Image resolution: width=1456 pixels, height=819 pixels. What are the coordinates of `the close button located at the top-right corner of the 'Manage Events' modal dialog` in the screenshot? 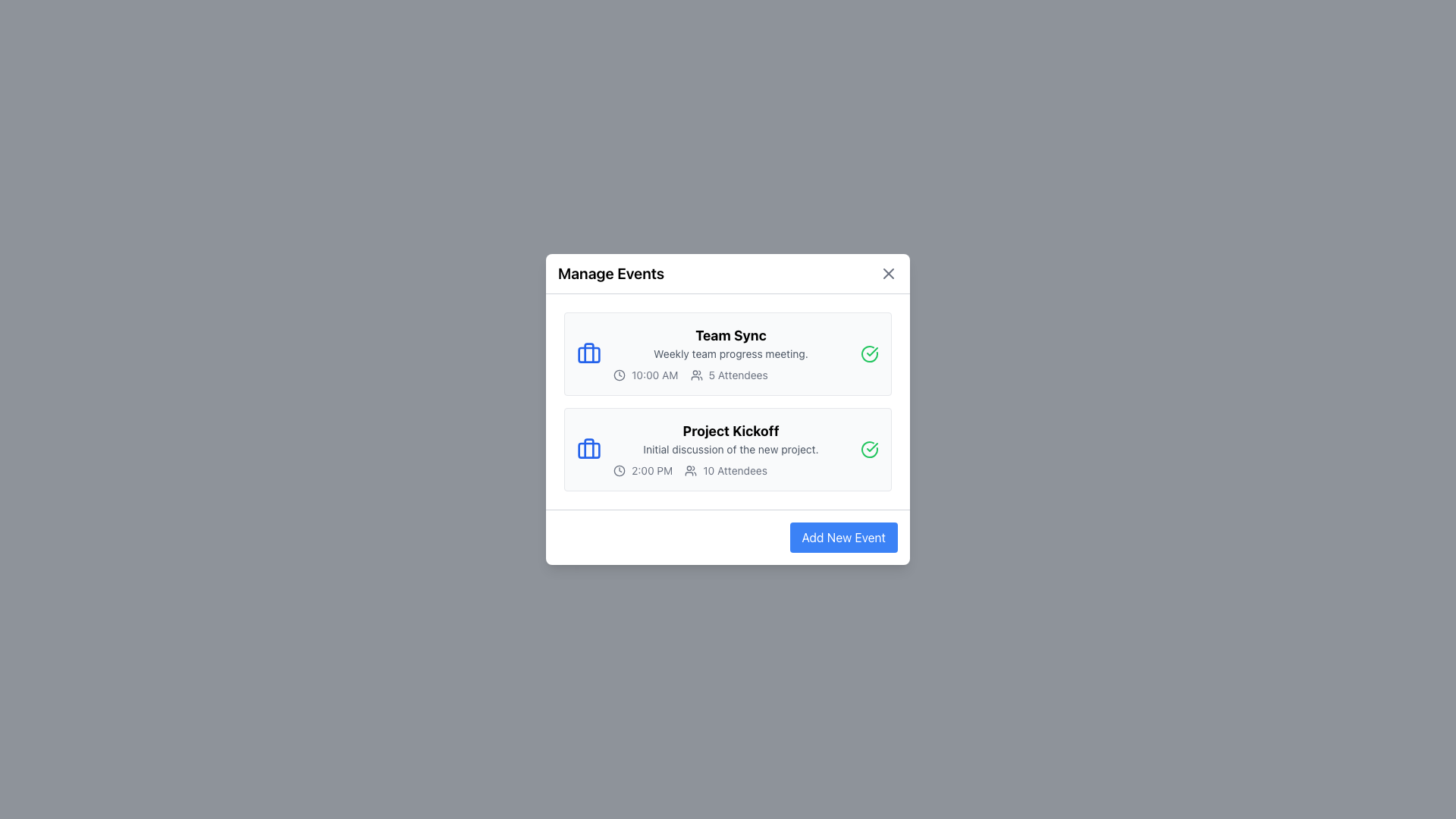 It's located at (888, 274).